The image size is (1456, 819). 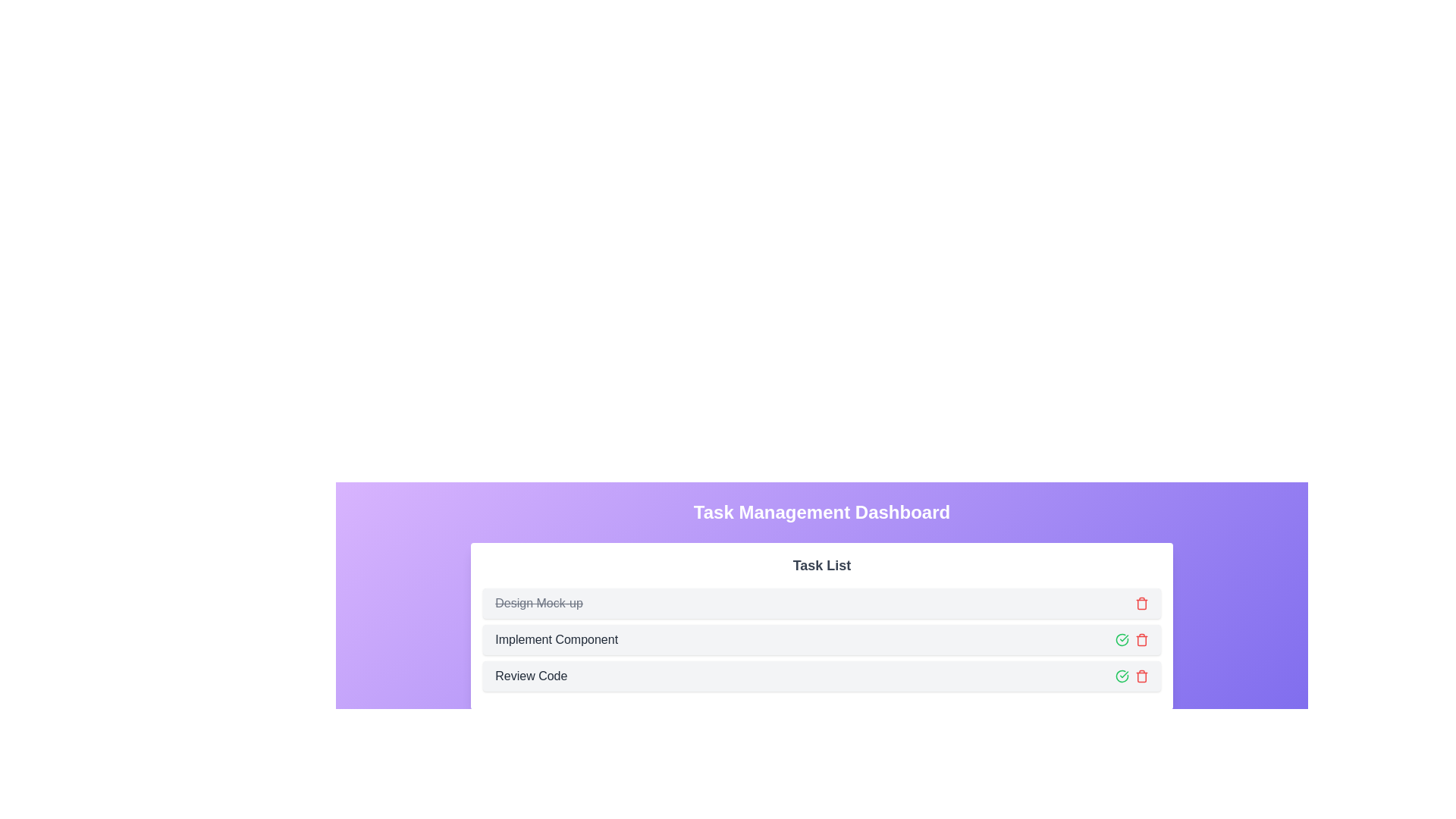 What do you see at coordinates (821, 565) in the screenshot?
I see `the Text label that denotes the purpose of the section displaying a list of tasks, positioned at the top of the task details panel` at bounding box center [821, 565].